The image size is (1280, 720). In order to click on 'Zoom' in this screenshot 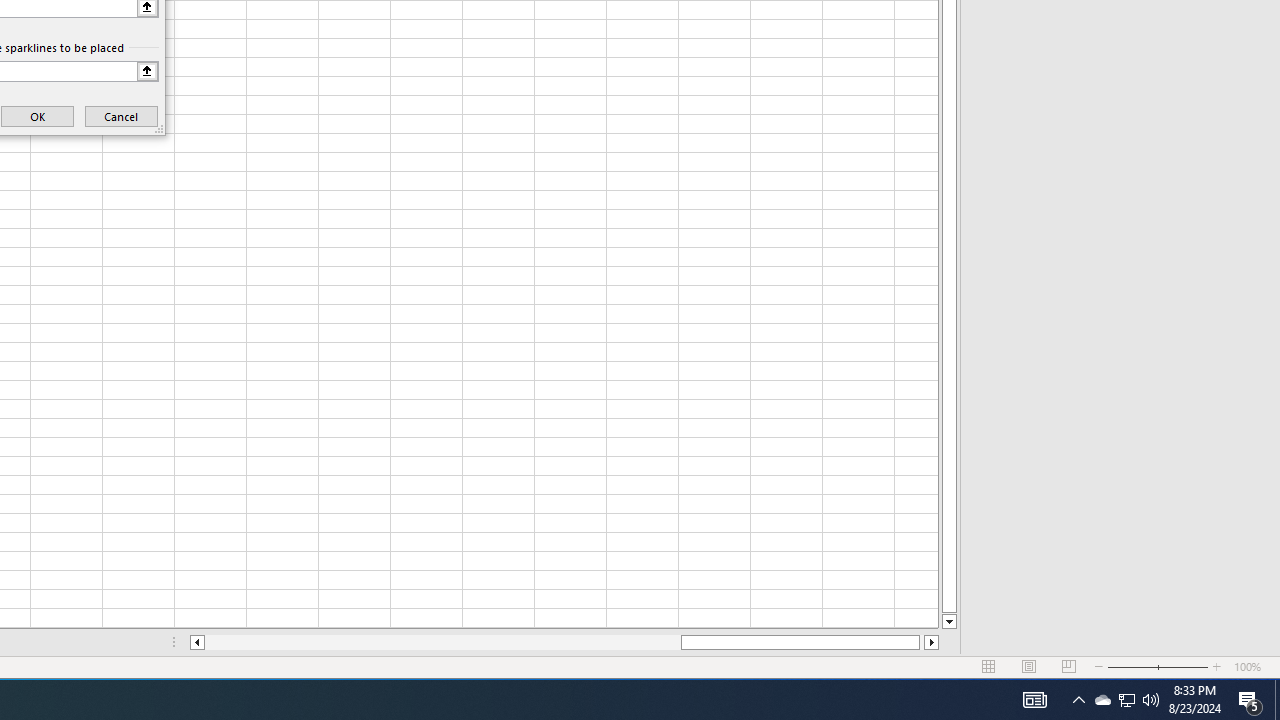, I will do `click(1158, 667)`.